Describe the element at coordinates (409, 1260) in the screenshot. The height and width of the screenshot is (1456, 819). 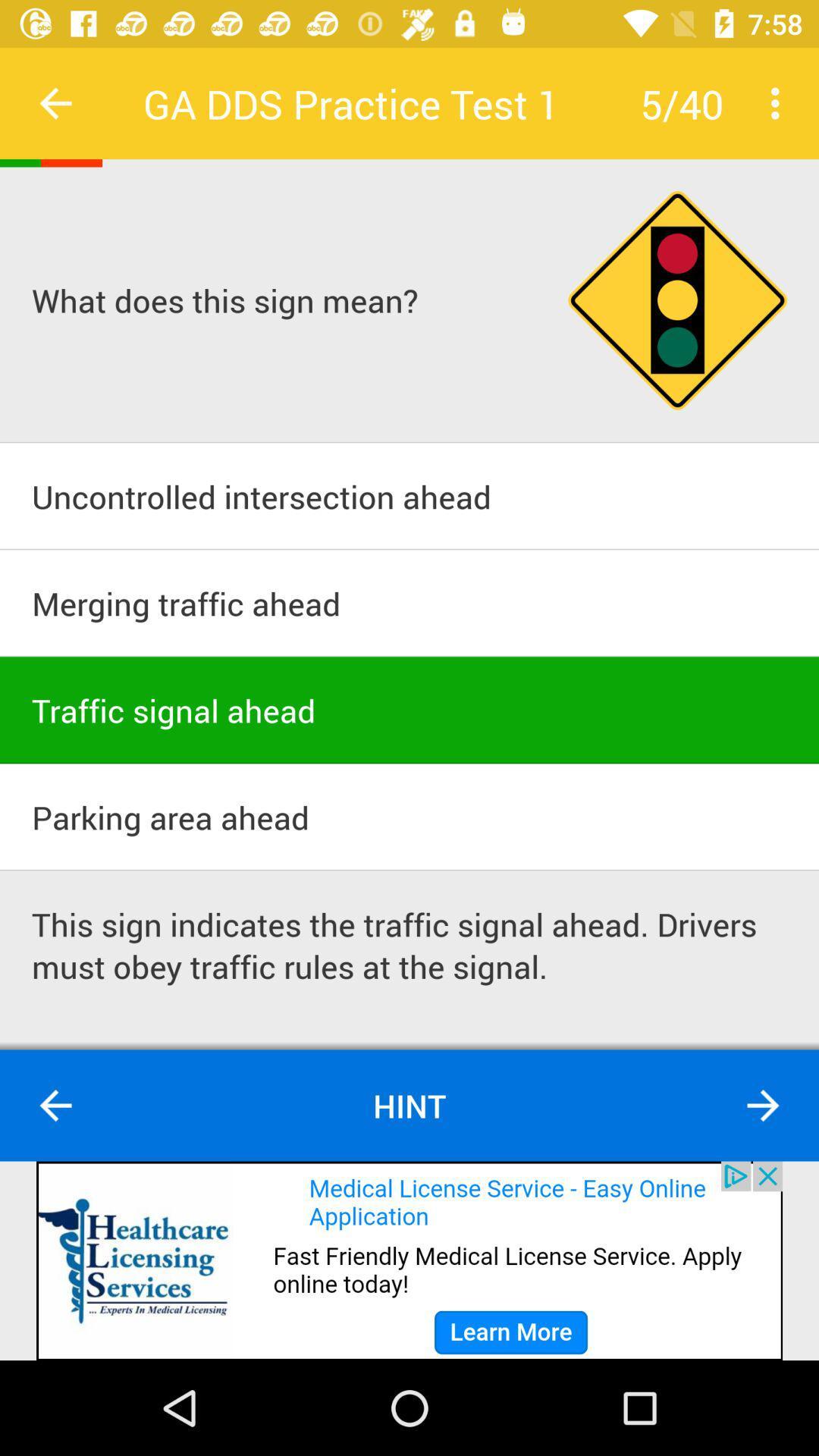
I see `advertisements about healthcare licensing services` at that location.